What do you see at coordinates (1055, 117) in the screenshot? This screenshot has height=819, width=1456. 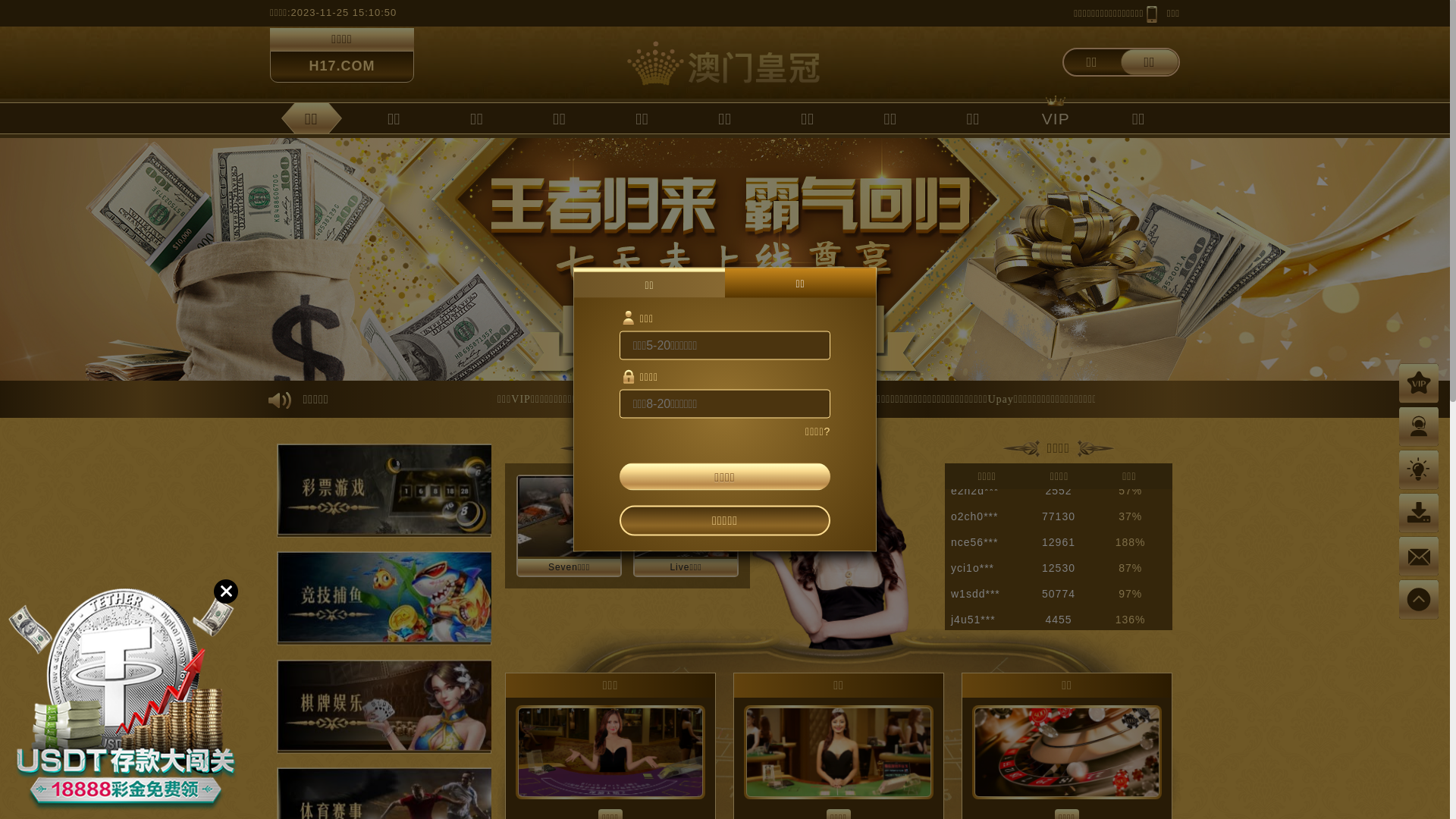 I see `'VIP'` at bounding box center [1055, 117].